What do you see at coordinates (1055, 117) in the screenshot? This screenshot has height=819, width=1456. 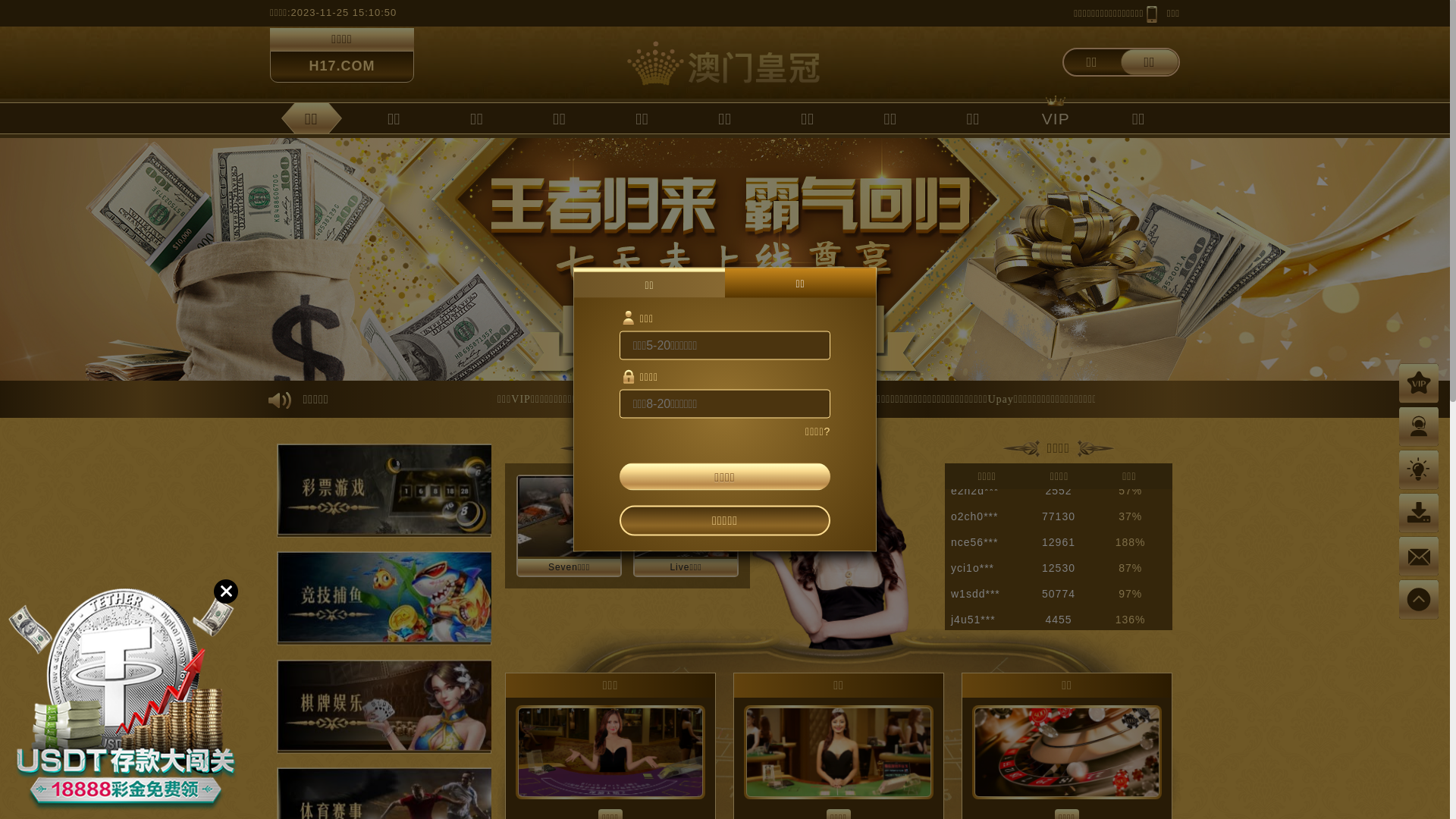 I see `'VIP'` at bounding box center [1055, 117].